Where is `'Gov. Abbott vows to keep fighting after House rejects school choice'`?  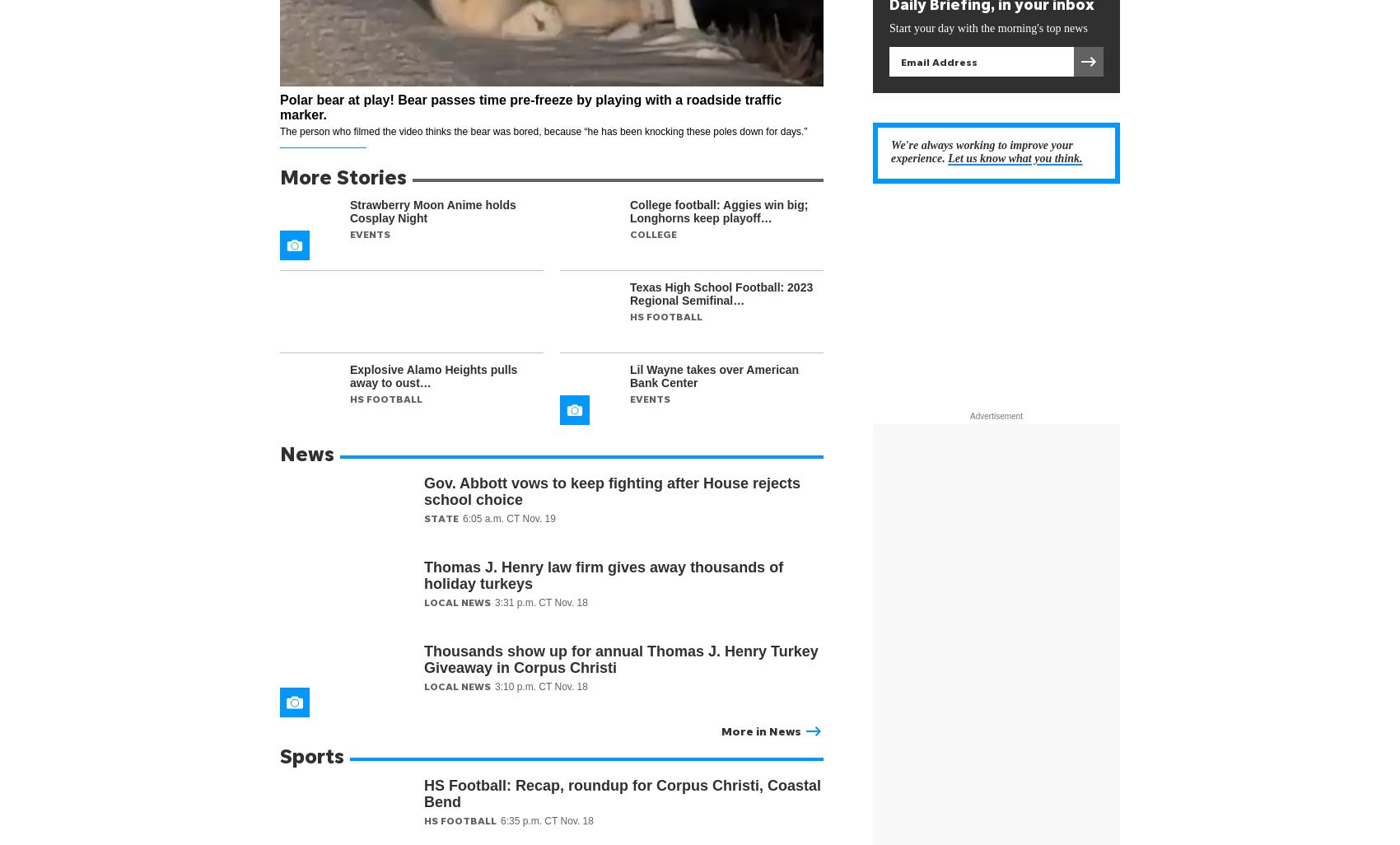
'Gov. Abbott vows to keep fighting after House rejects school choice' is located at coordinates (612, 491).